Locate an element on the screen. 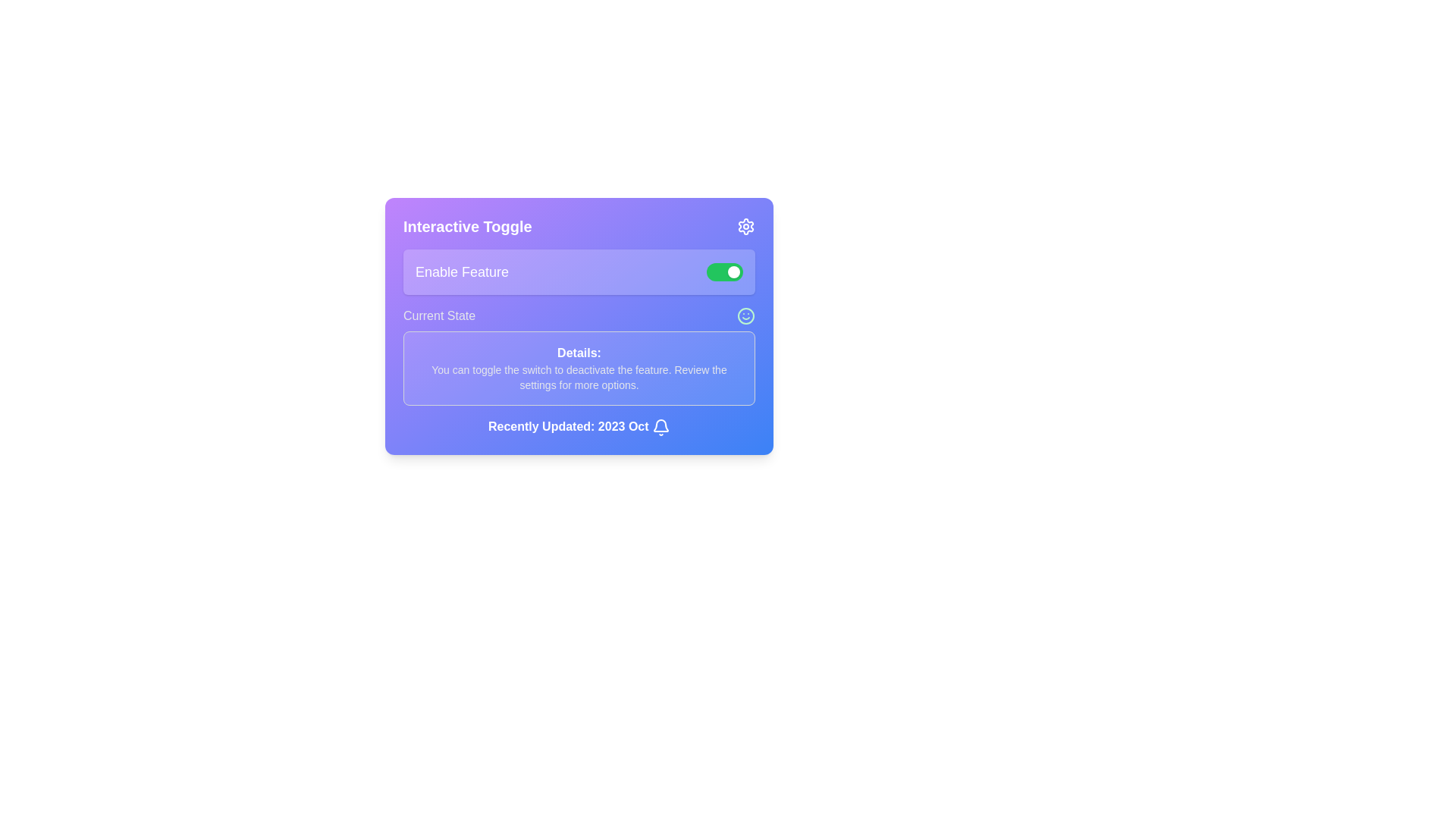 The image size is (1456, 819). the bell icon representing notifications, located at the far right of the 'Recently Updated' text within the 'Interactive Toggle' card section is located at coordinates (661, 427).